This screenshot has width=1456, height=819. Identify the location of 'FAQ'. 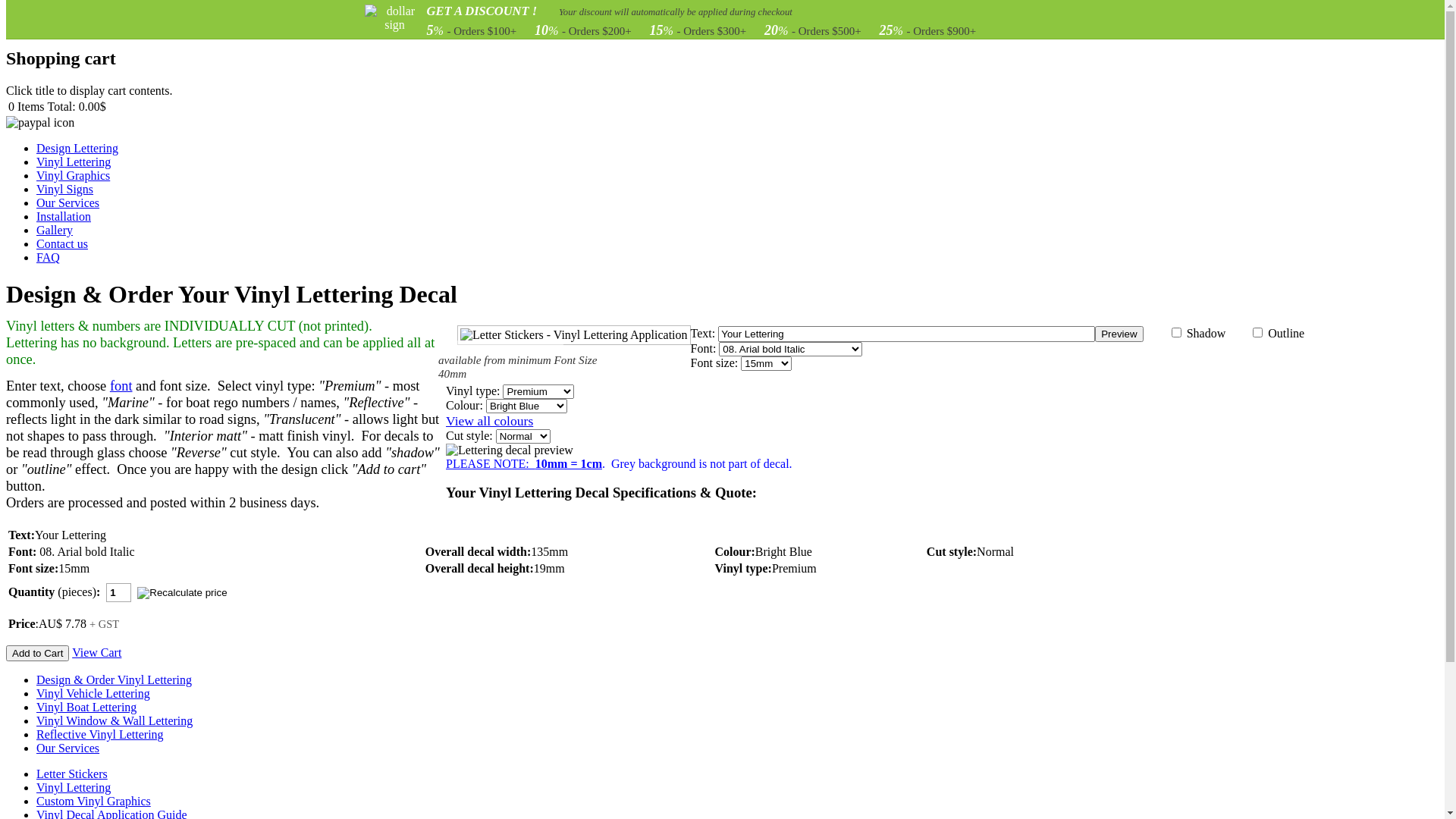
(48, 256).